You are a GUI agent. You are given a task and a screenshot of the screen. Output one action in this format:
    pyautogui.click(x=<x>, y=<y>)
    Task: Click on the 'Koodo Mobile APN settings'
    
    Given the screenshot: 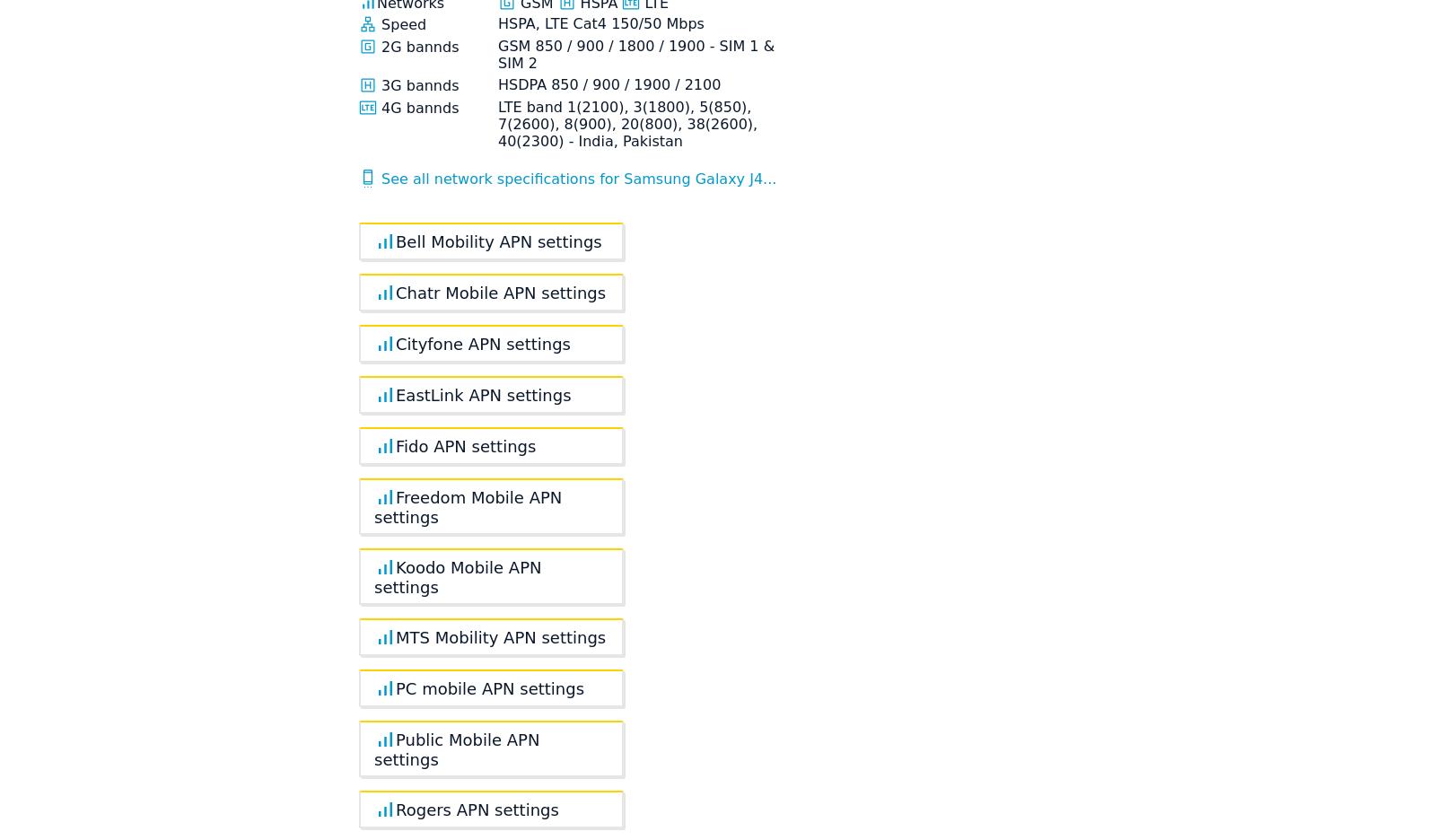 What is the action you would take?
    pyautogui.click(x=456, y=576)
    